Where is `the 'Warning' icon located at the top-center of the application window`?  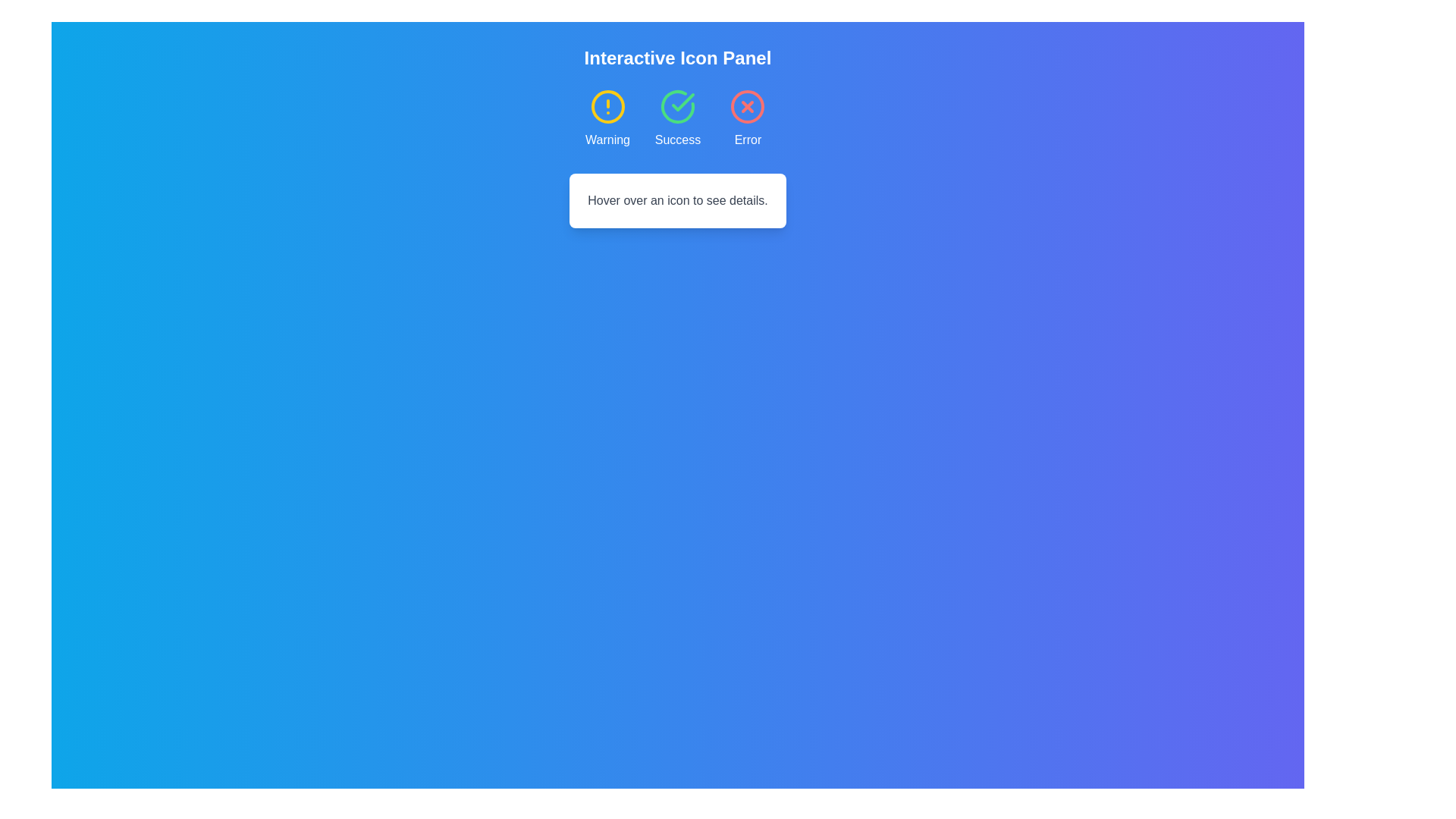
the 'Warning' icon located at the top-center of the application window is located at coordinates (607, 106).